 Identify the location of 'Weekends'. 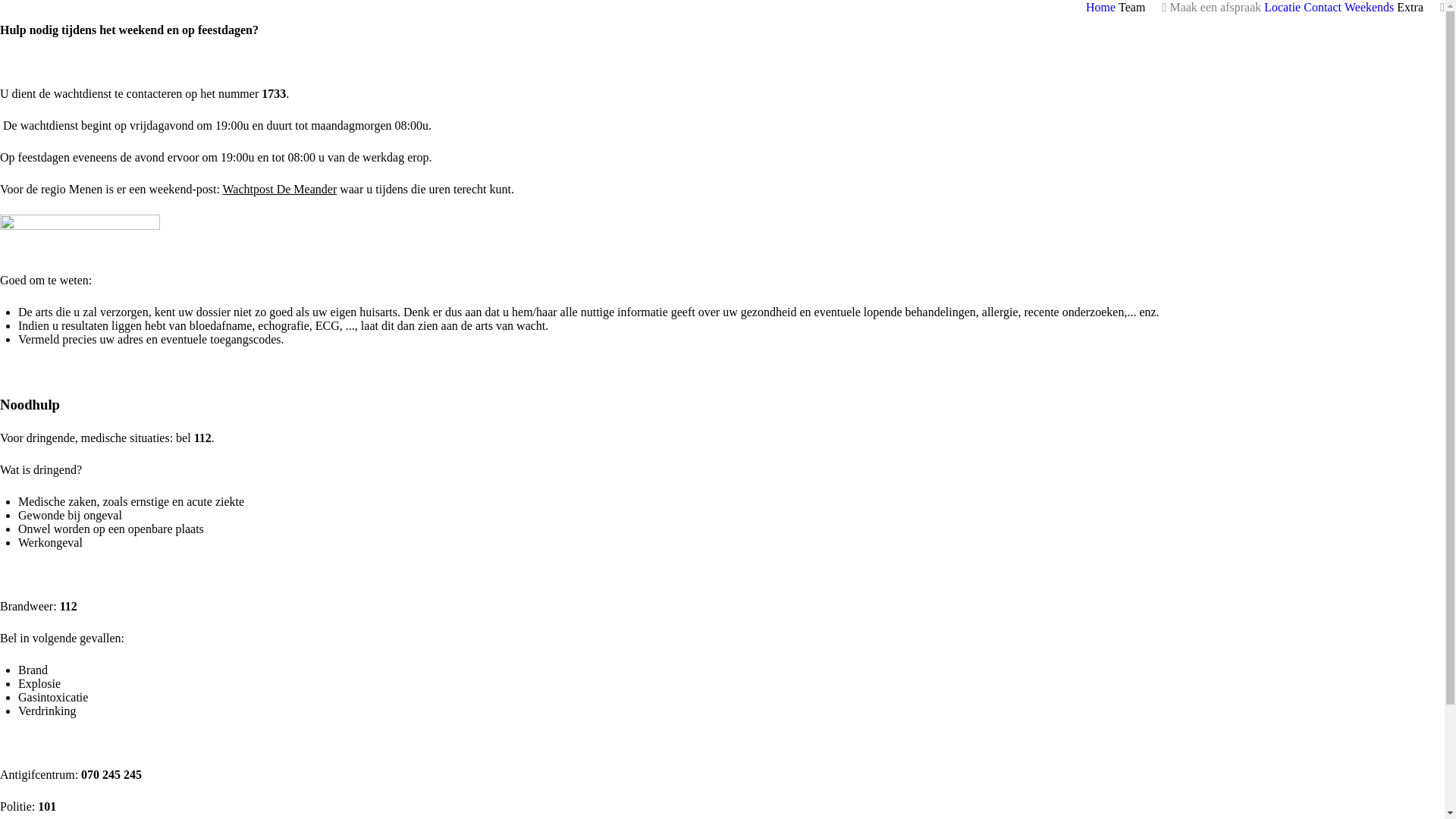
(1344, 7).